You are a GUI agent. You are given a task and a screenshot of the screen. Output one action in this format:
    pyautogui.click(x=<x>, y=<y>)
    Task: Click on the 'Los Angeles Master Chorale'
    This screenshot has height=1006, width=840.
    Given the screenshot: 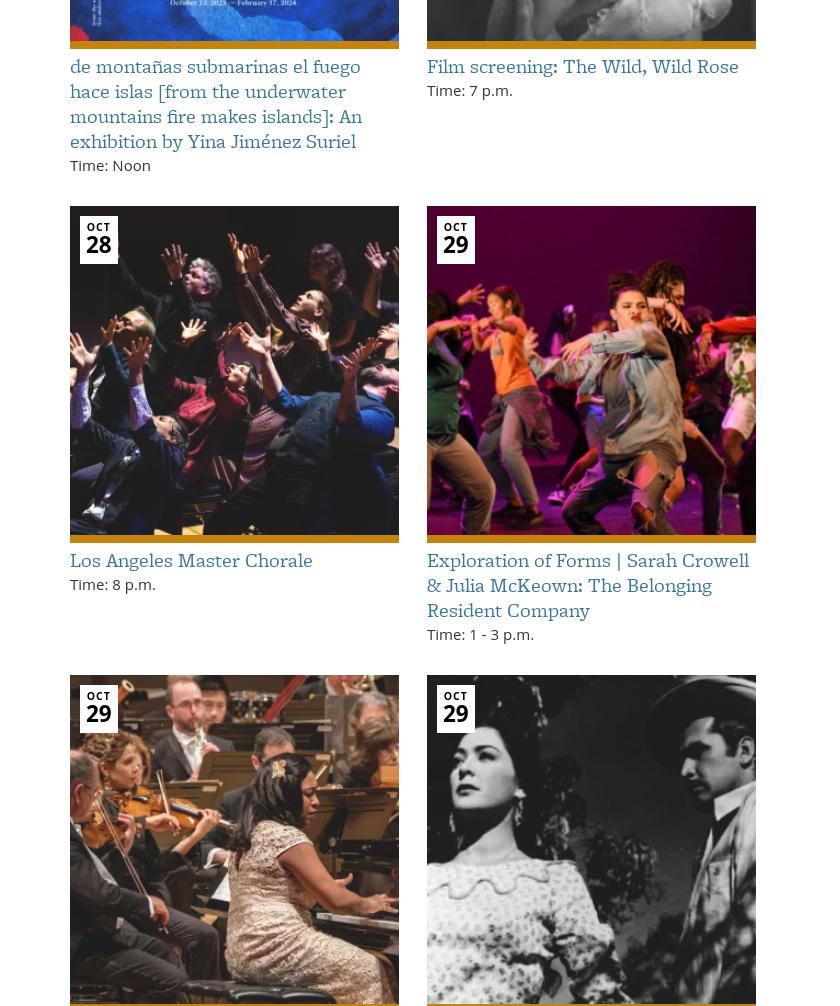 What is the action you would take?
    pyautogui.click(x=191, y=559)
    